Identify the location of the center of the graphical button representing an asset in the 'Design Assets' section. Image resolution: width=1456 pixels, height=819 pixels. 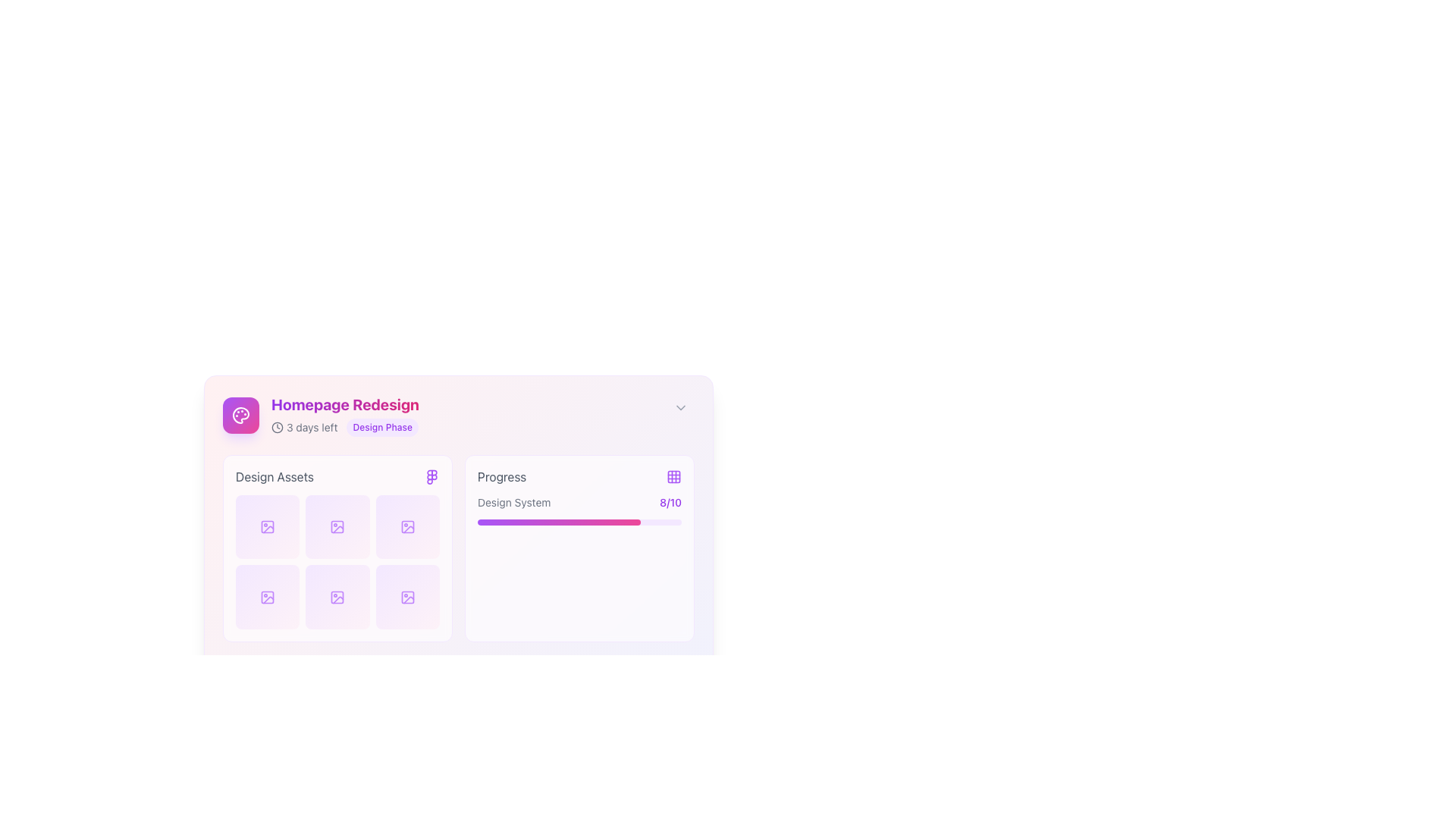
(337, 526).